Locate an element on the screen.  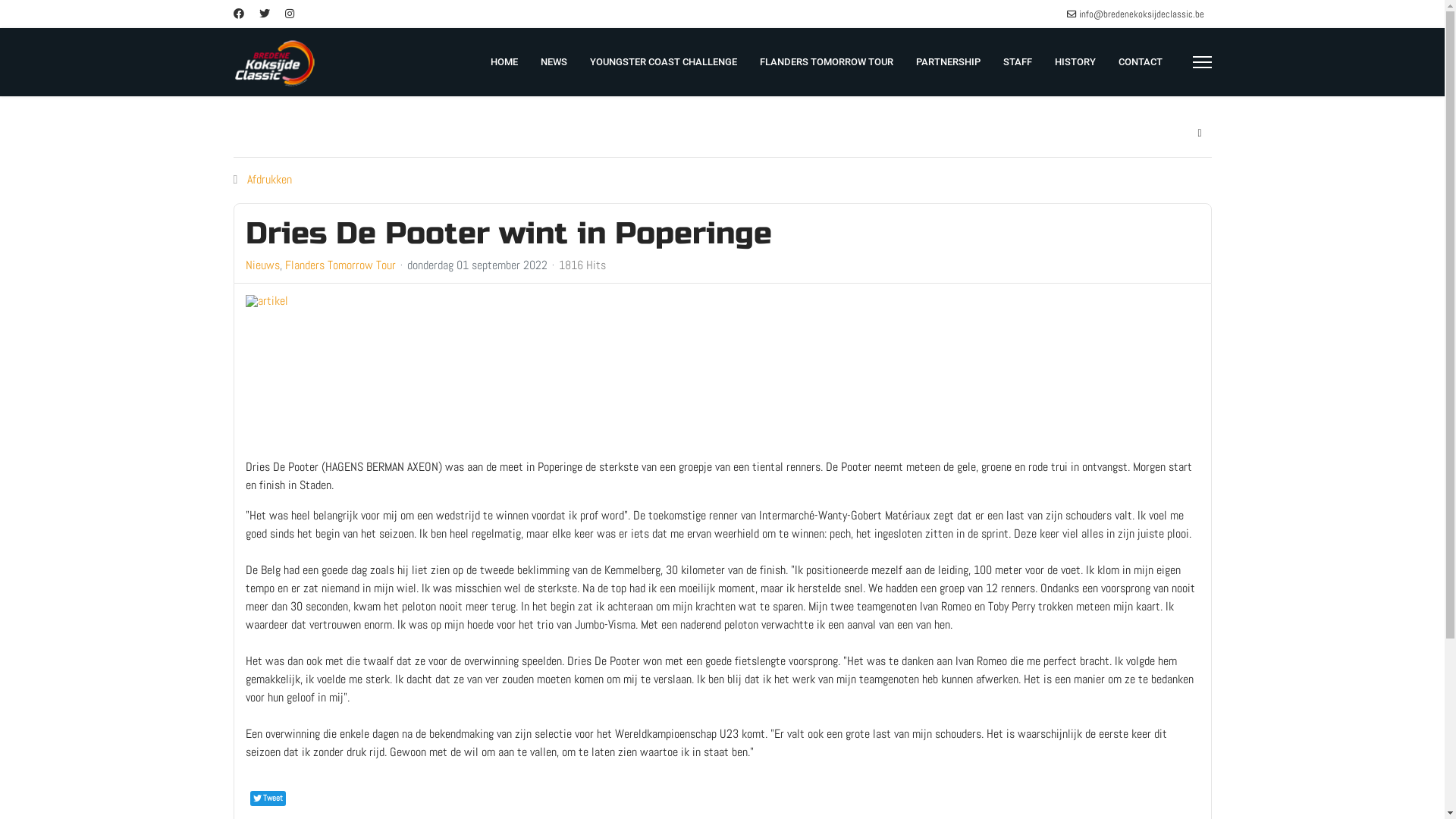
'FLANDERS TOMORROW TOUR' is located at coordinates (825, 61).